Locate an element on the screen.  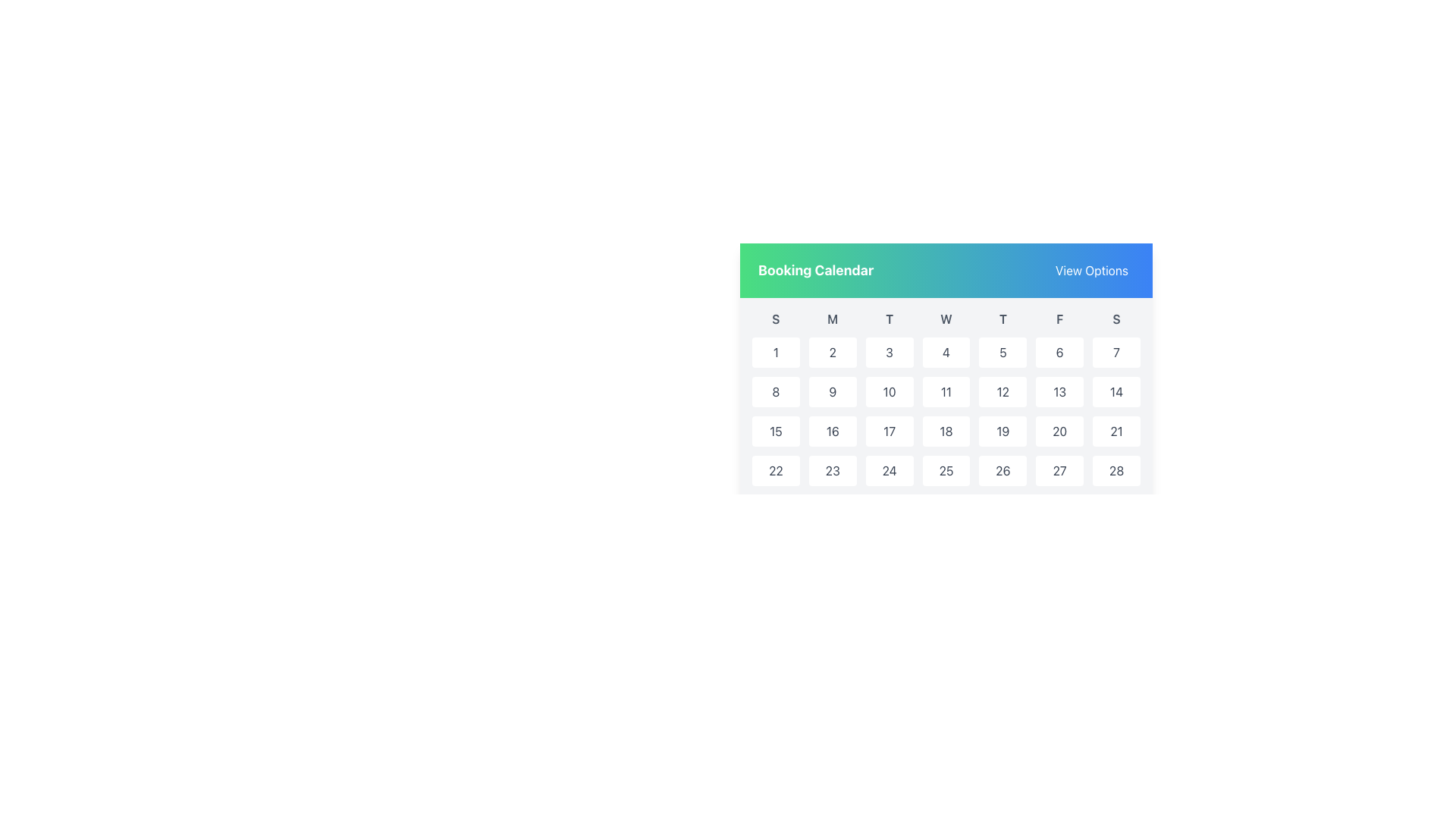
the text label indicating 'Tuesday' in the weekly layout calendar, located in the third column of the first row is located at coordinates (890, 318).